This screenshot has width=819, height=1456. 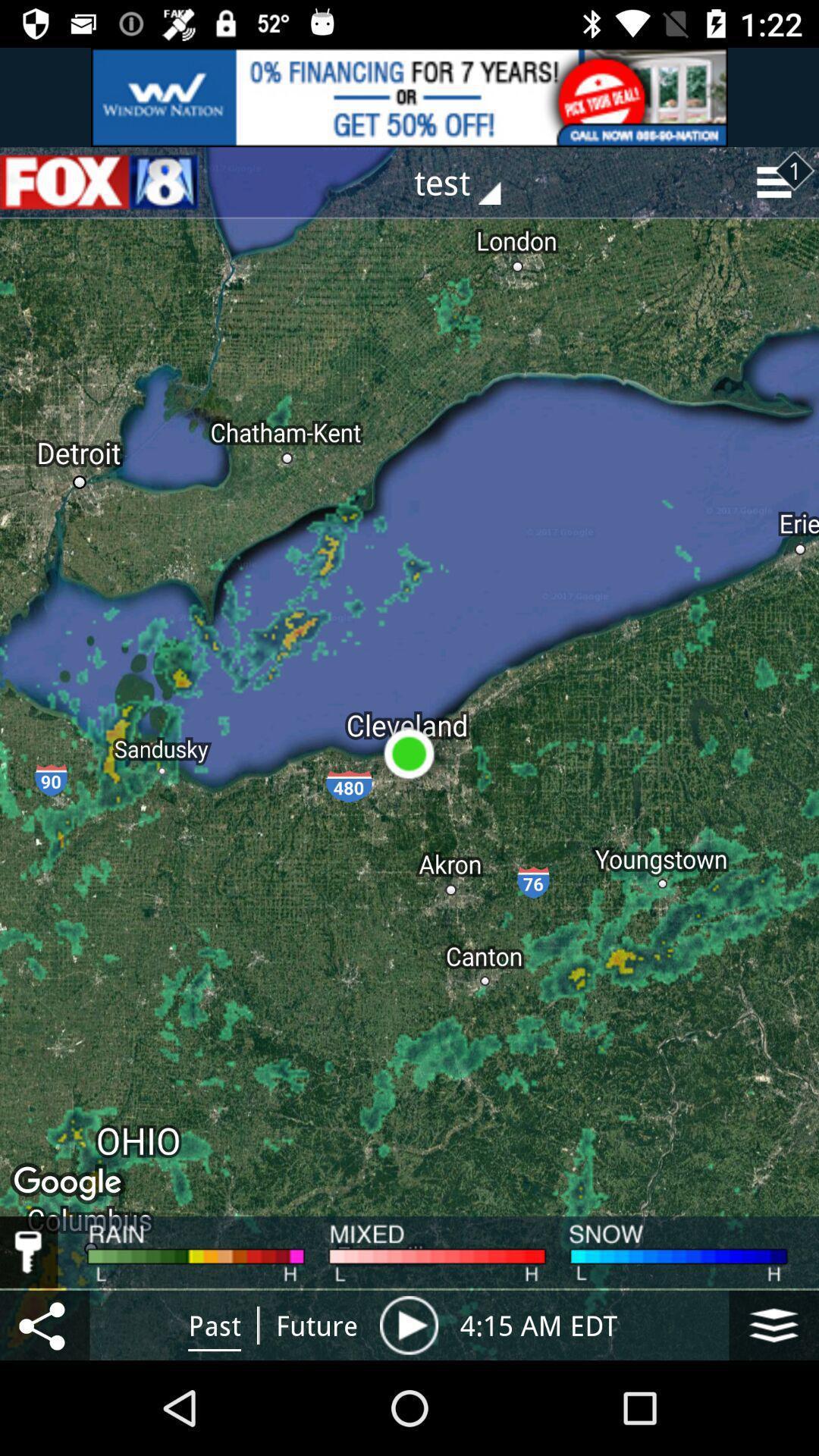 I want to click on the share icon, so click(x=44, y=1324).